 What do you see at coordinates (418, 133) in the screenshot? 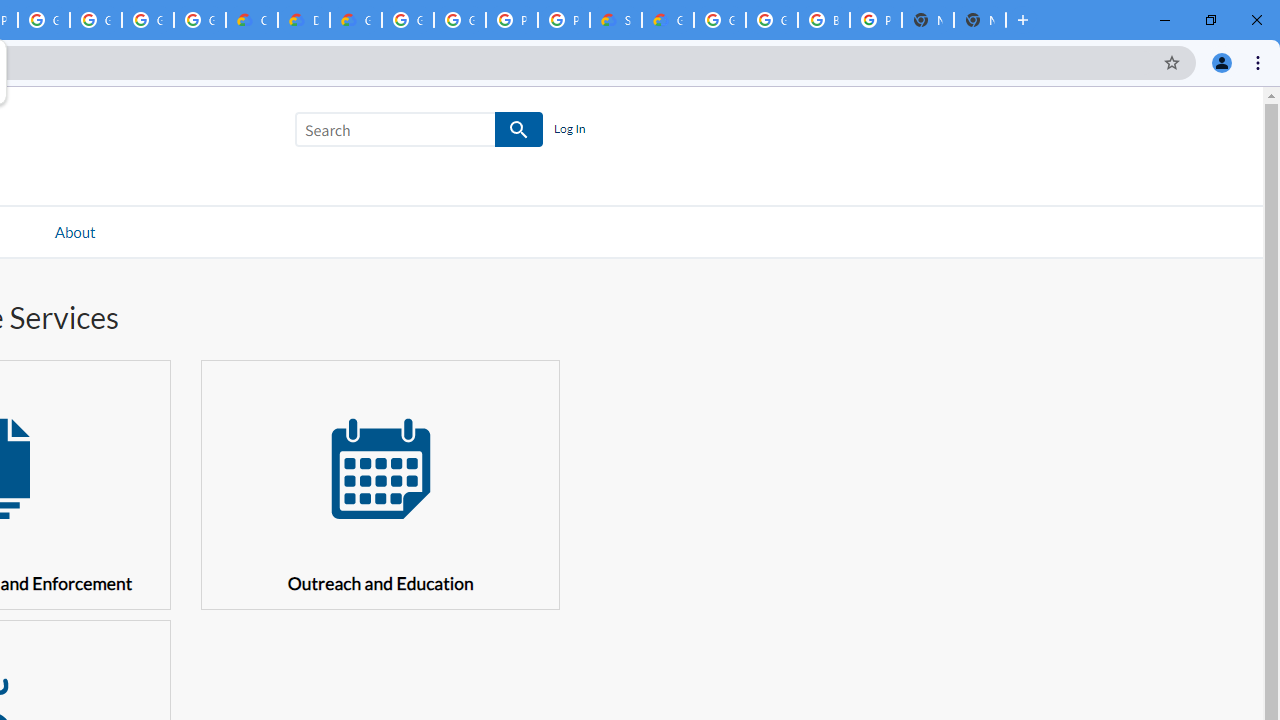
I see `'Search SEARCH'` at bounding box center [418, 133].